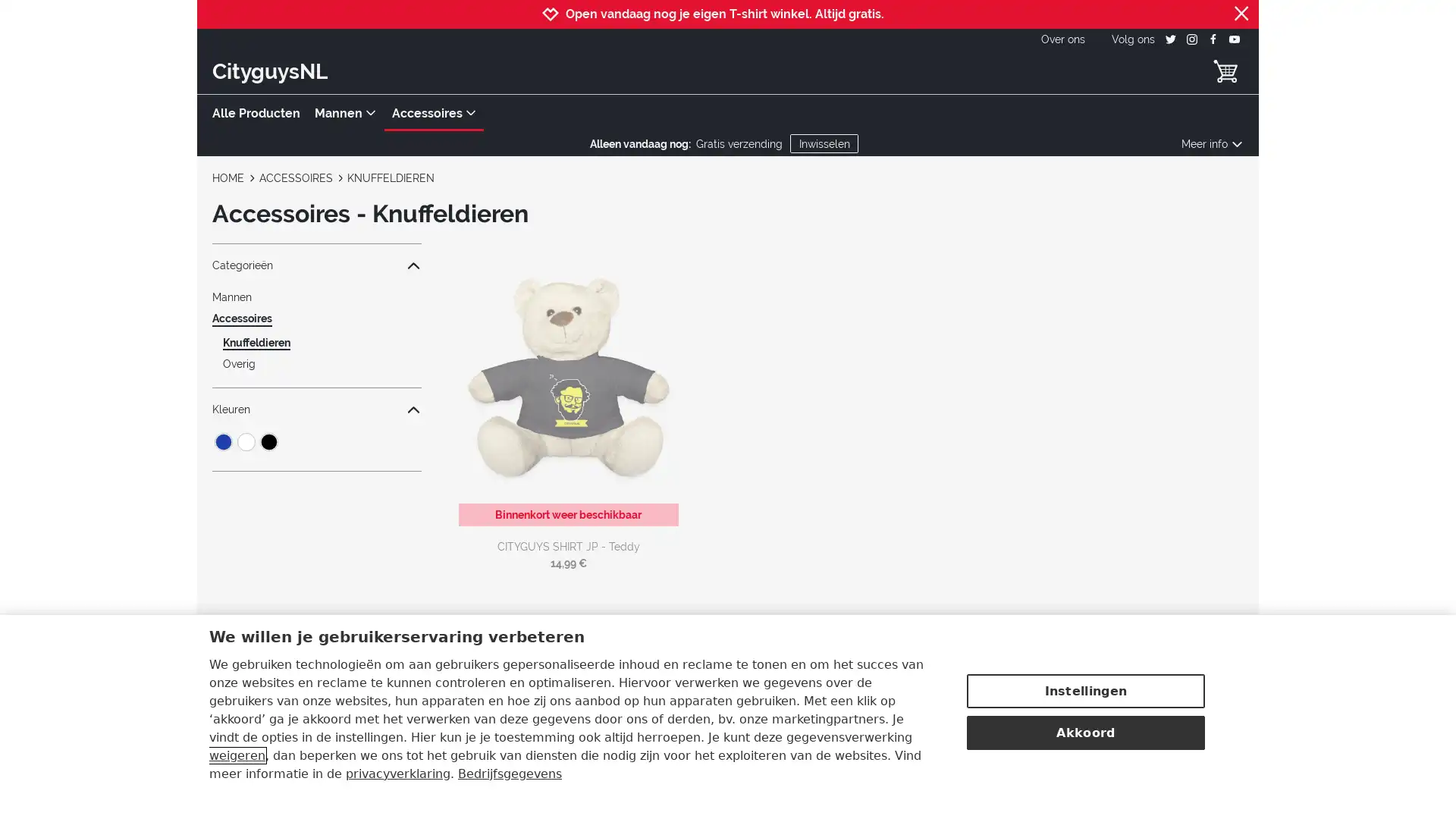  I want to click on Meer info, so click(1211, 143).